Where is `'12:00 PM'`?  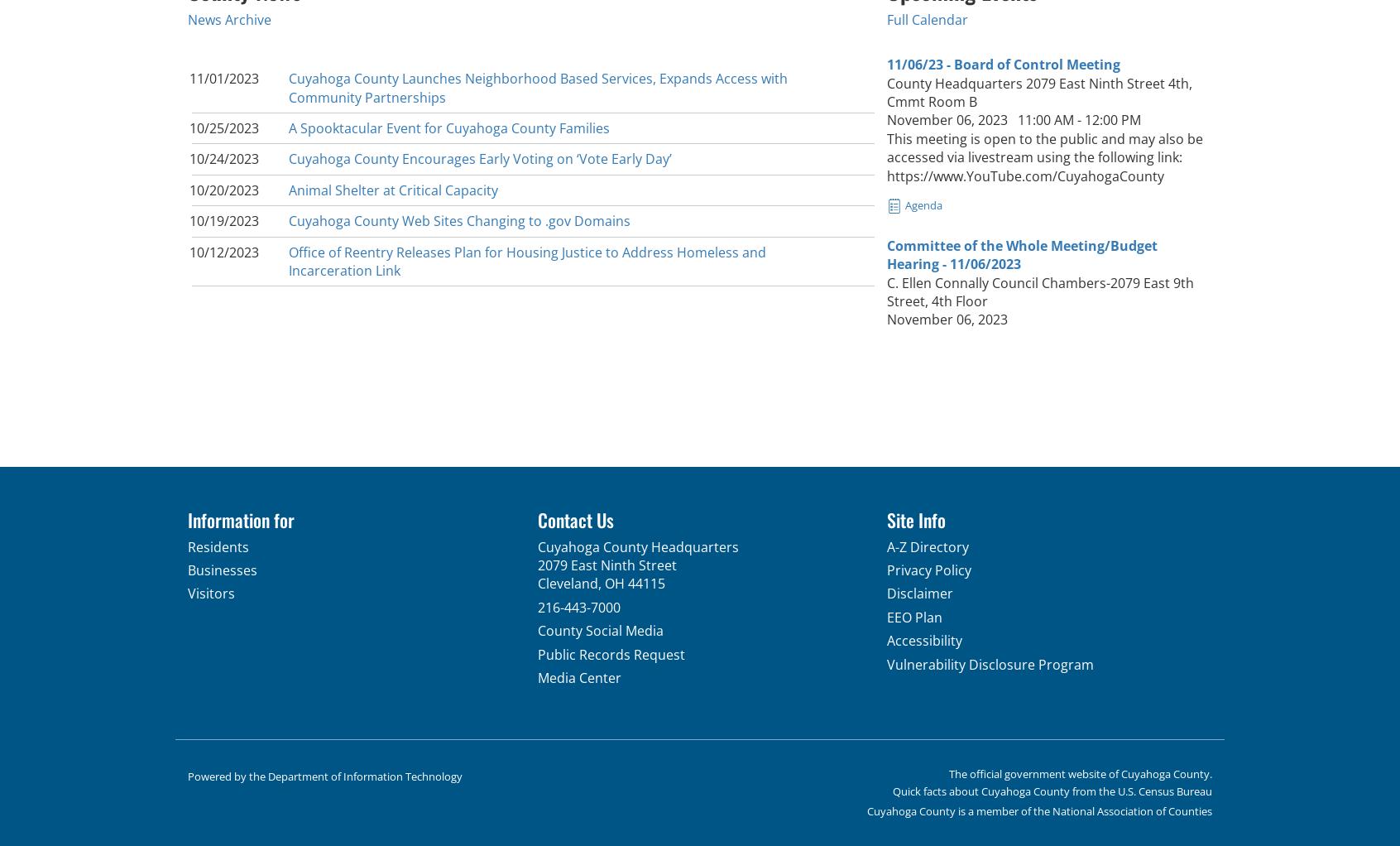 '12:00 PM' is located at coordinates (1112, 120).